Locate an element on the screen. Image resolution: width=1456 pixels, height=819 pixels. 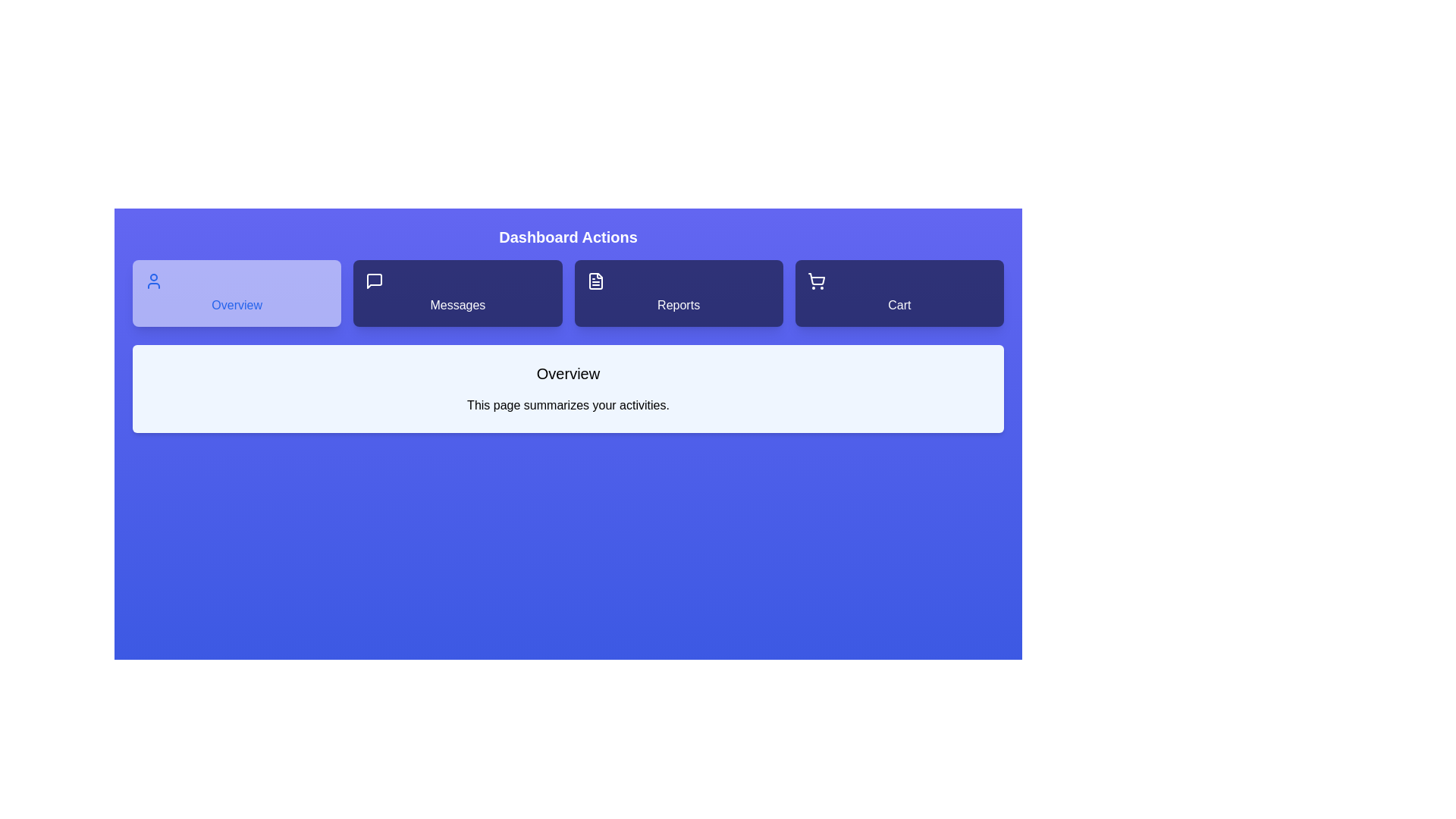
the Messages tab to view its content is located at coordinates (457, 293).